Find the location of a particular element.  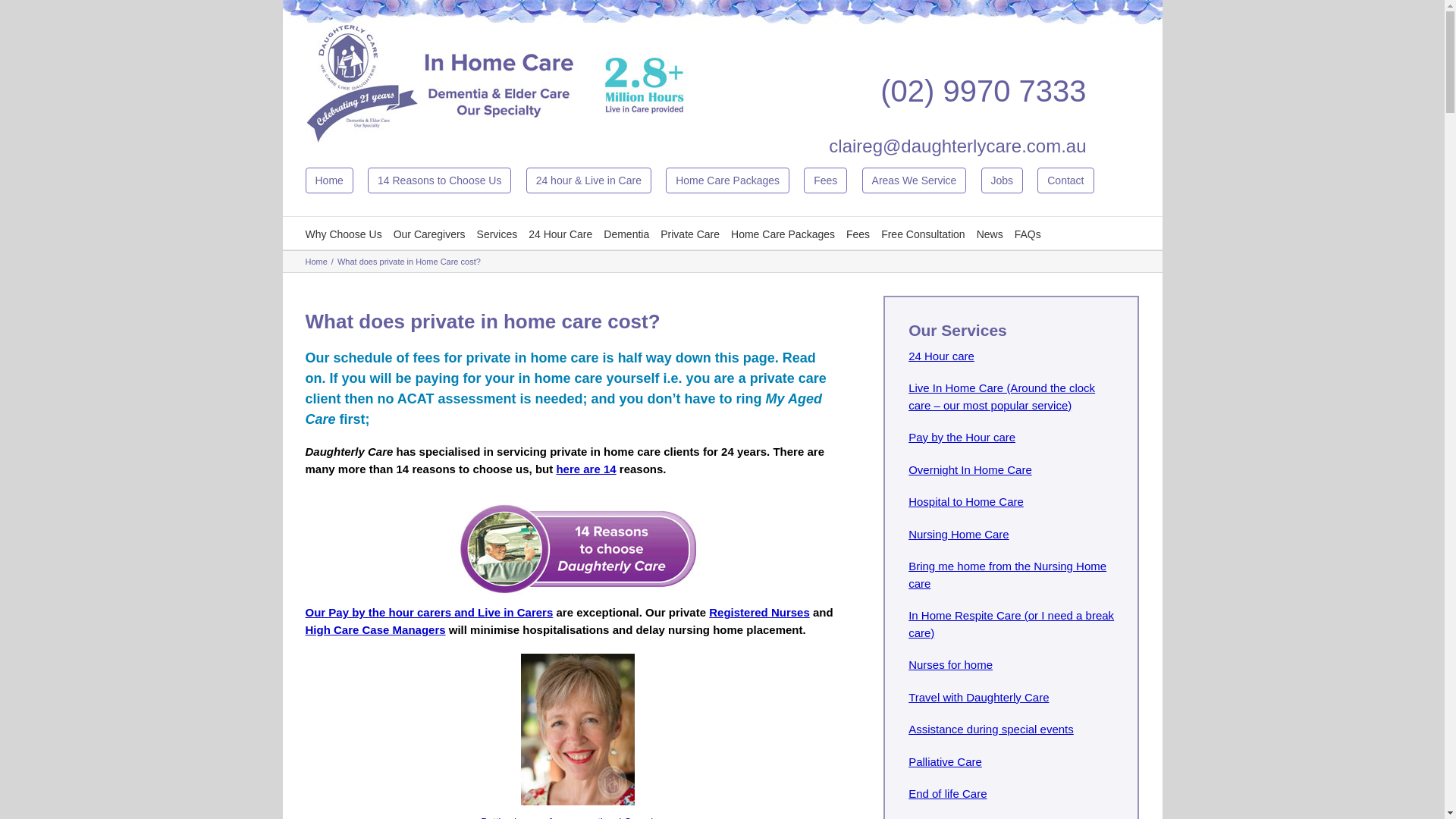

'In Home Respite Care (or I need a break care)' is located at coordinates (908, 623).